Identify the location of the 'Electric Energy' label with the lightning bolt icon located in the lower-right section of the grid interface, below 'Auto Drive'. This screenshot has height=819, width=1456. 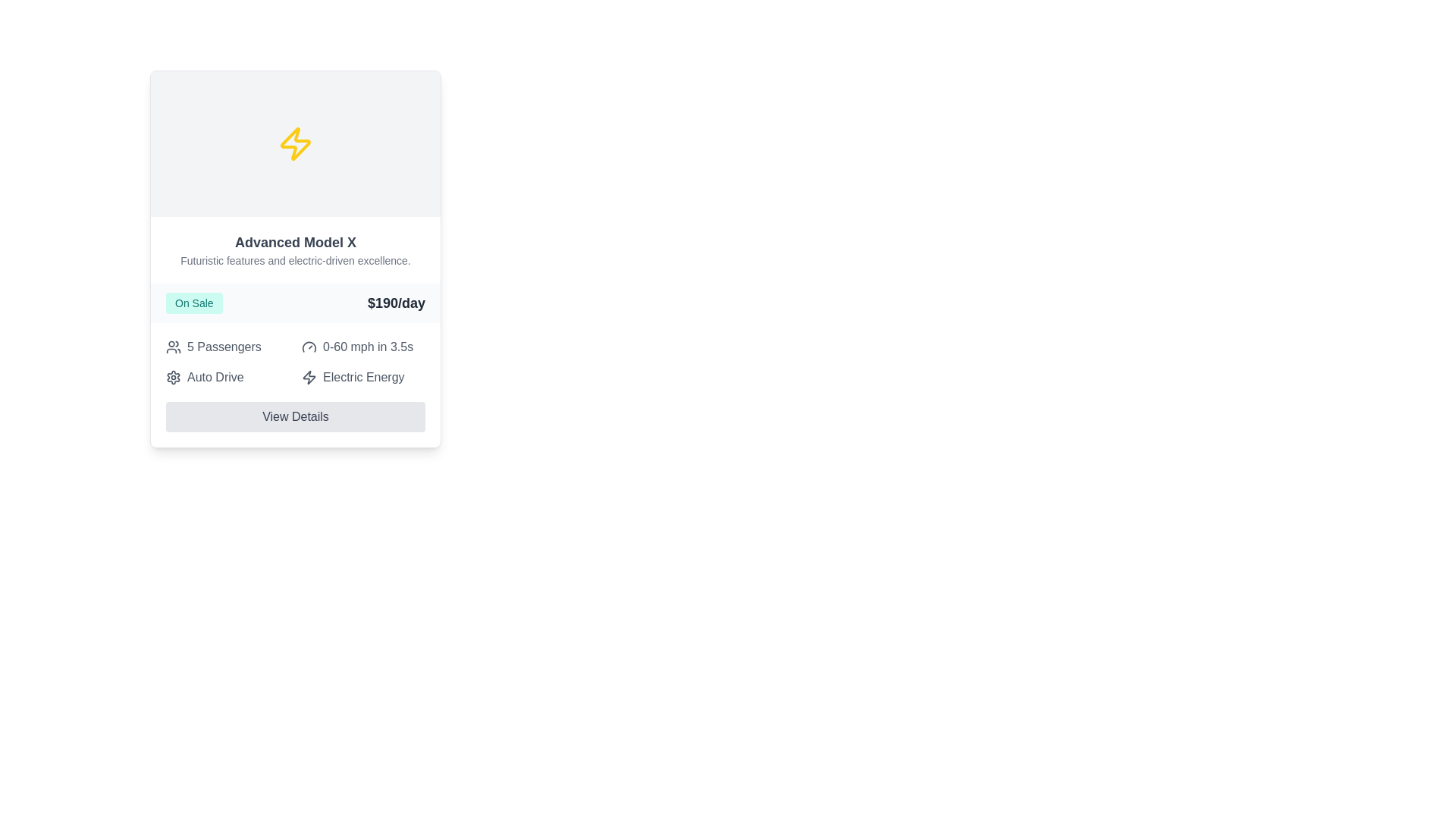
(362, 376).